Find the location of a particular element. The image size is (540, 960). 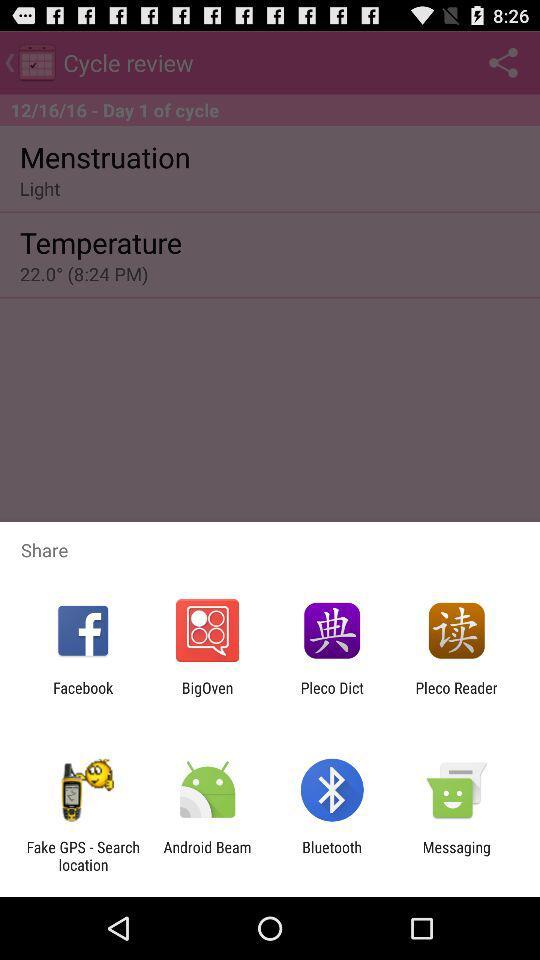

fake gps search app is located at coordinates (82, 855).